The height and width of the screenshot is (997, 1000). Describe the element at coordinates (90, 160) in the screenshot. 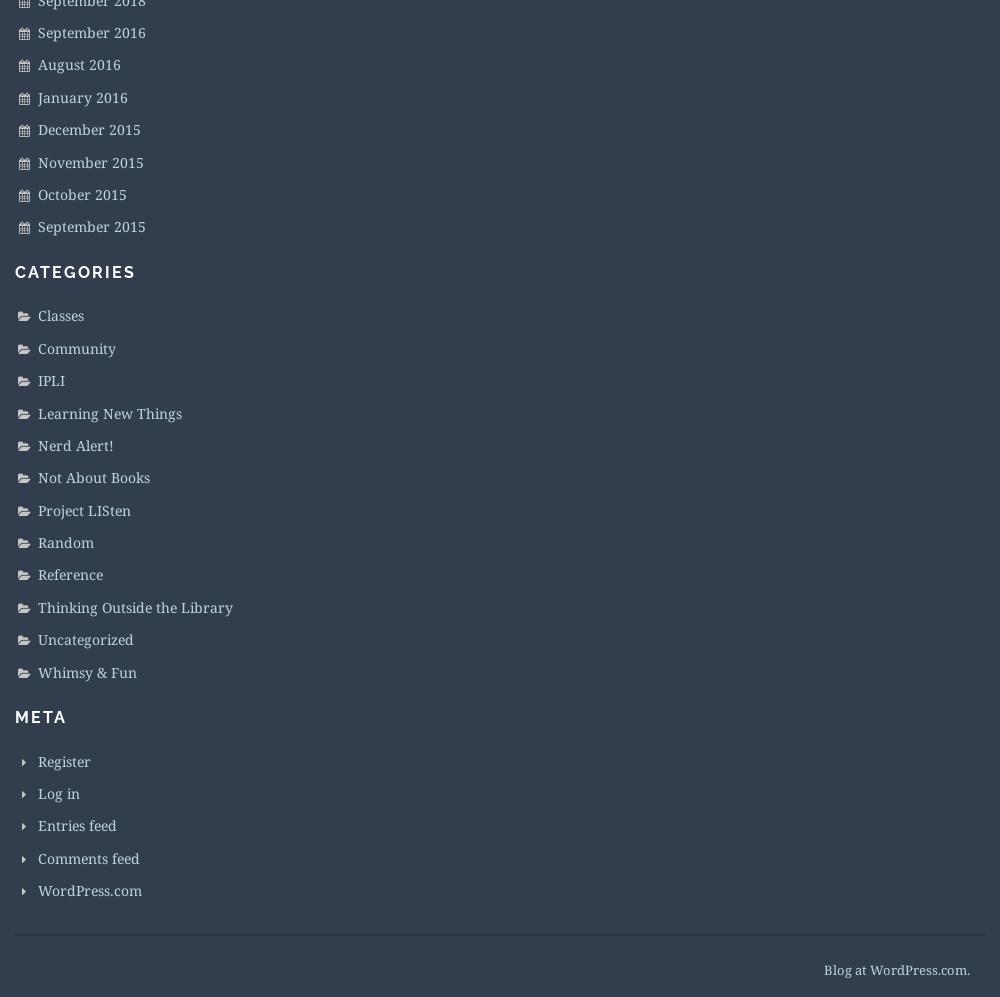

I see `'November 2015'` at that location.